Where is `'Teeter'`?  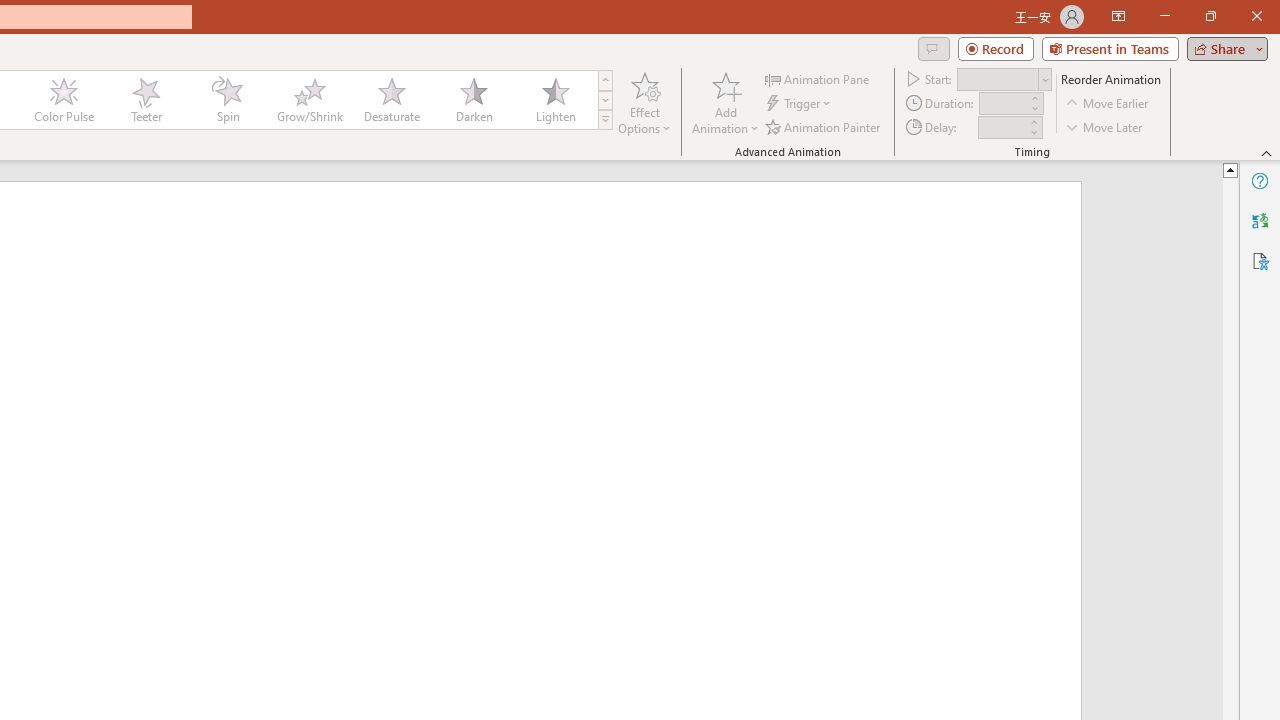
'Teeter' is located at coordinates (144, 100).